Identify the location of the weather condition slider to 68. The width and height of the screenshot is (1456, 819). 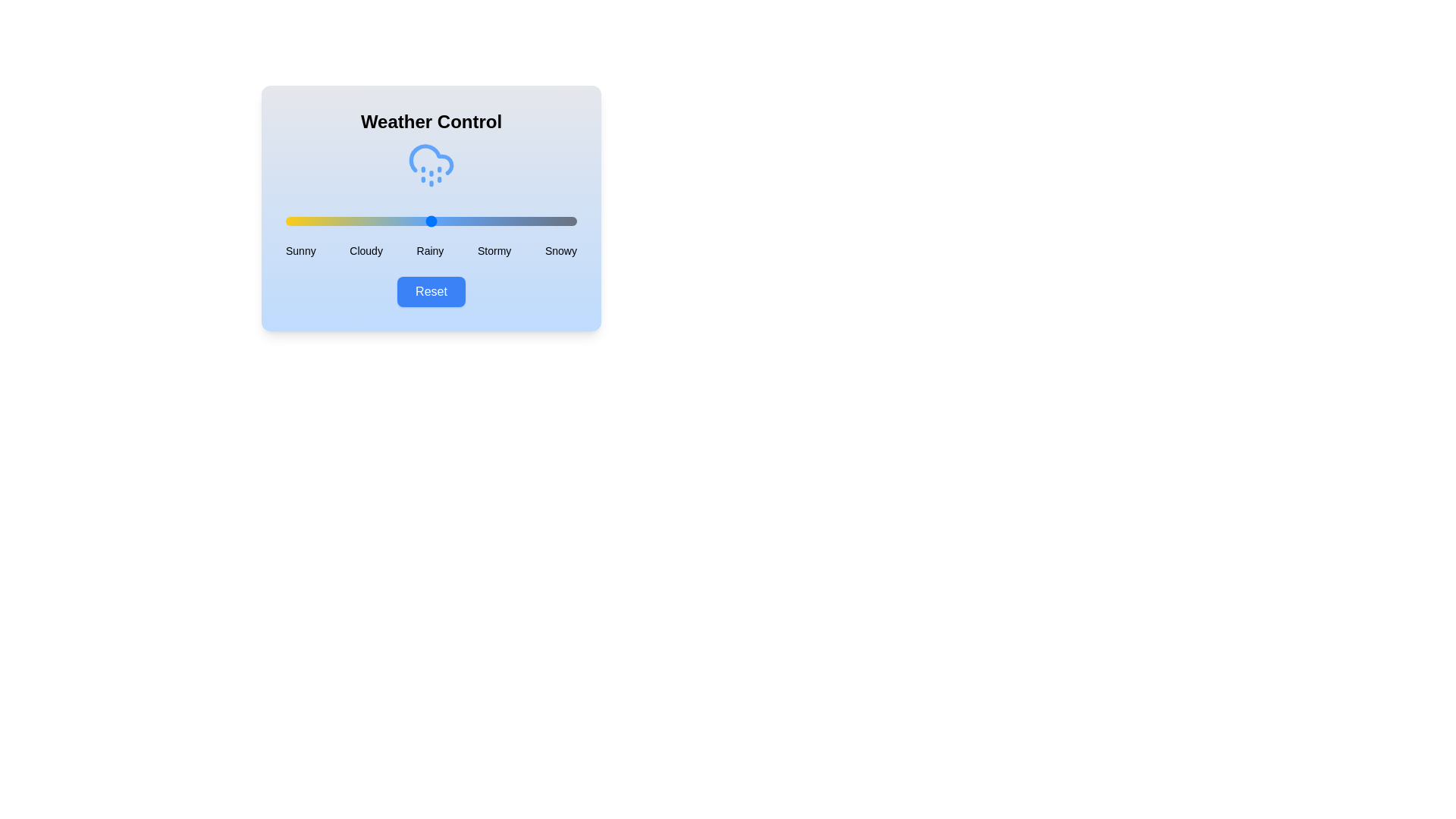
(483, 221).